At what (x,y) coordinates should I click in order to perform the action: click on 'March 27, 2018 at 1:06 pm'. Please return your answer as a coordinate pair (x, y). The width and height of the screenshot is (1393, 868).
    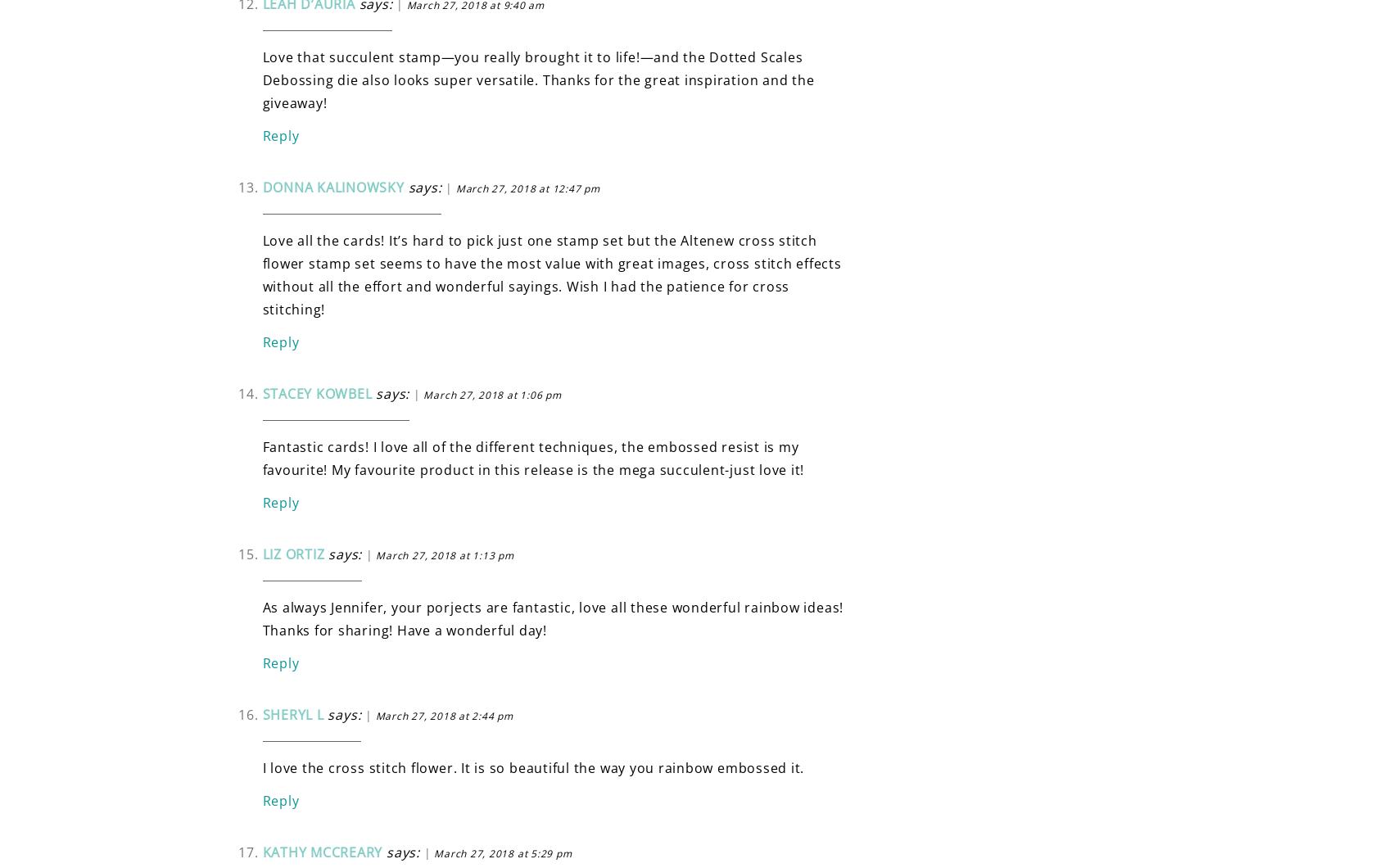
    Looking at the image, I should click on (491, 393).